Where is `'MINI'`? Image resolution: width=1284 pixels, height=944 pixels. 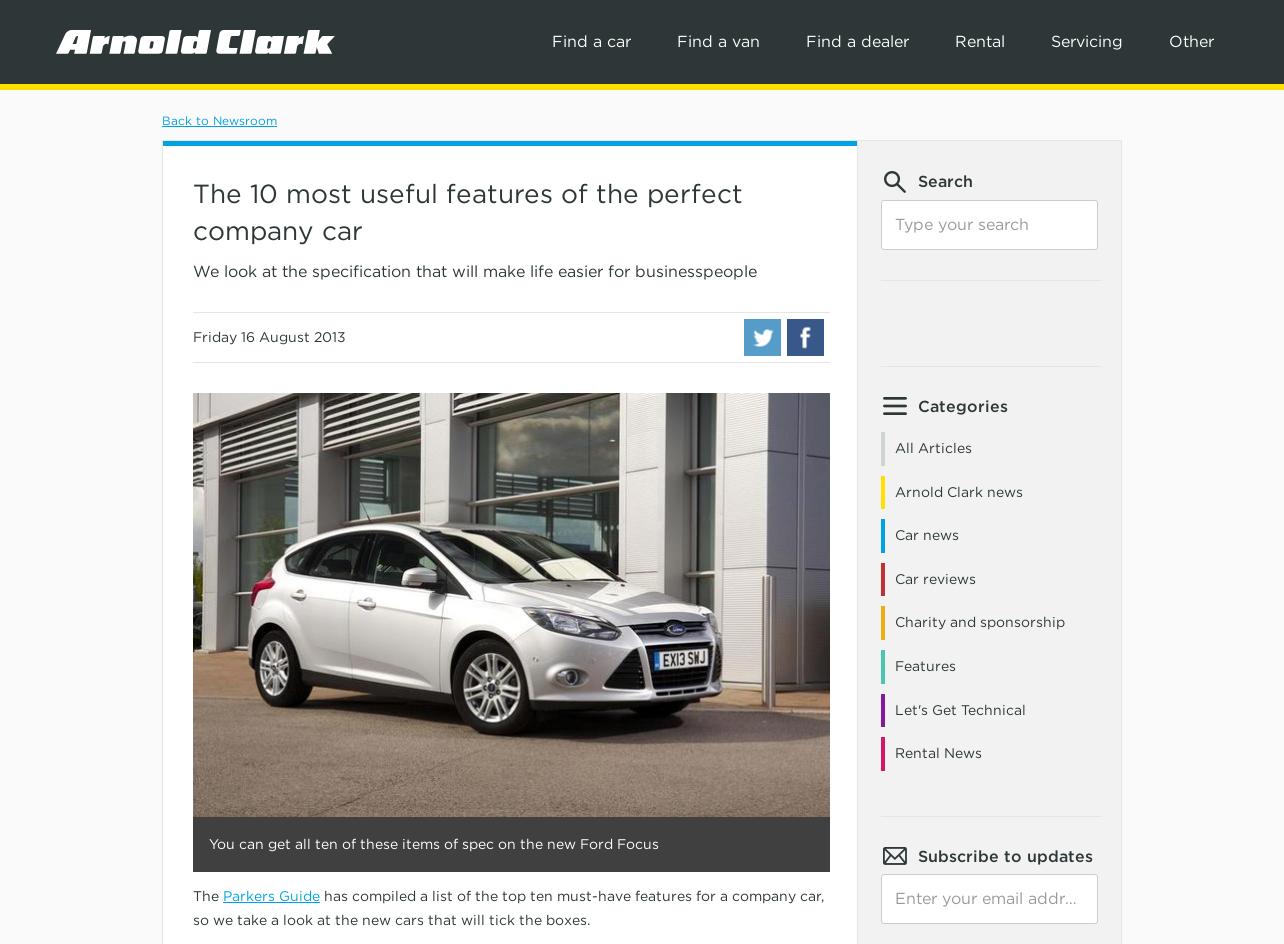 'MINI' is located at coordinates (499, 457).